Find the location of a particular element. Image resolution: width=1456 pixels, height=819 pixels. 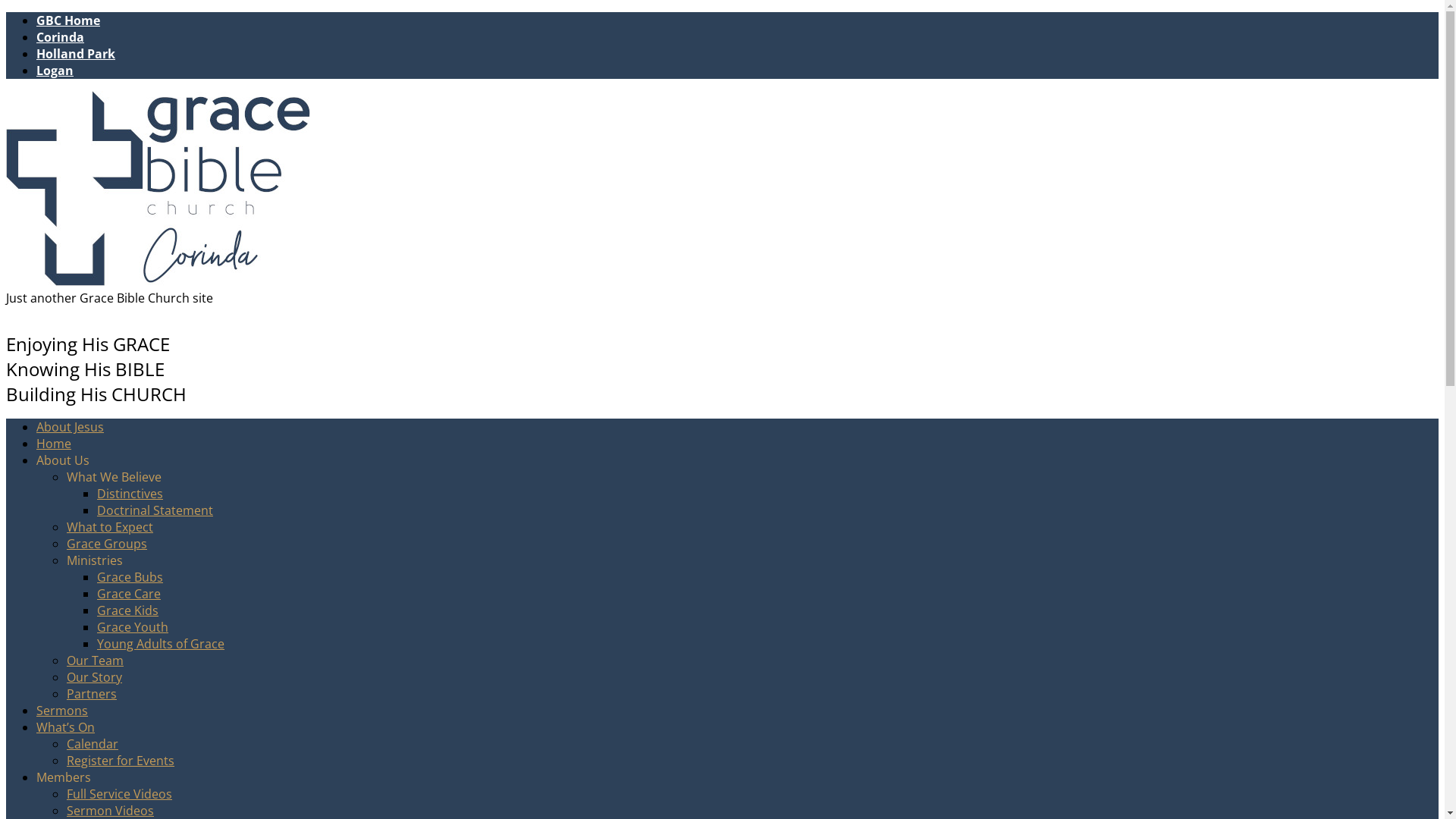

'Distinctives' is located at coordinates (130, 494).